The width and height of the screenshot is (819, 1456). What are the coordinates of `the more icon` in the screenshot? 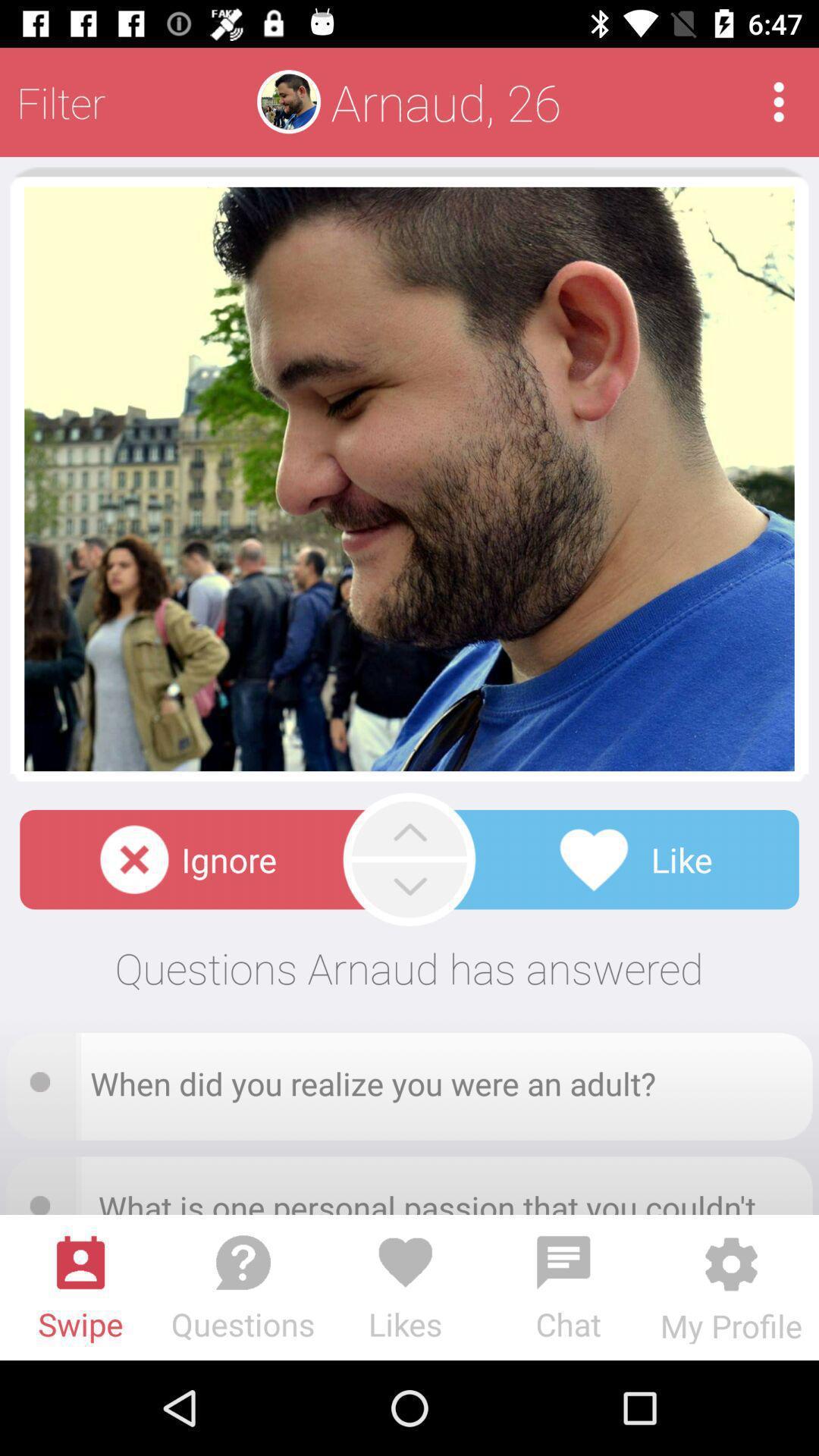 It's located at (779, 101).